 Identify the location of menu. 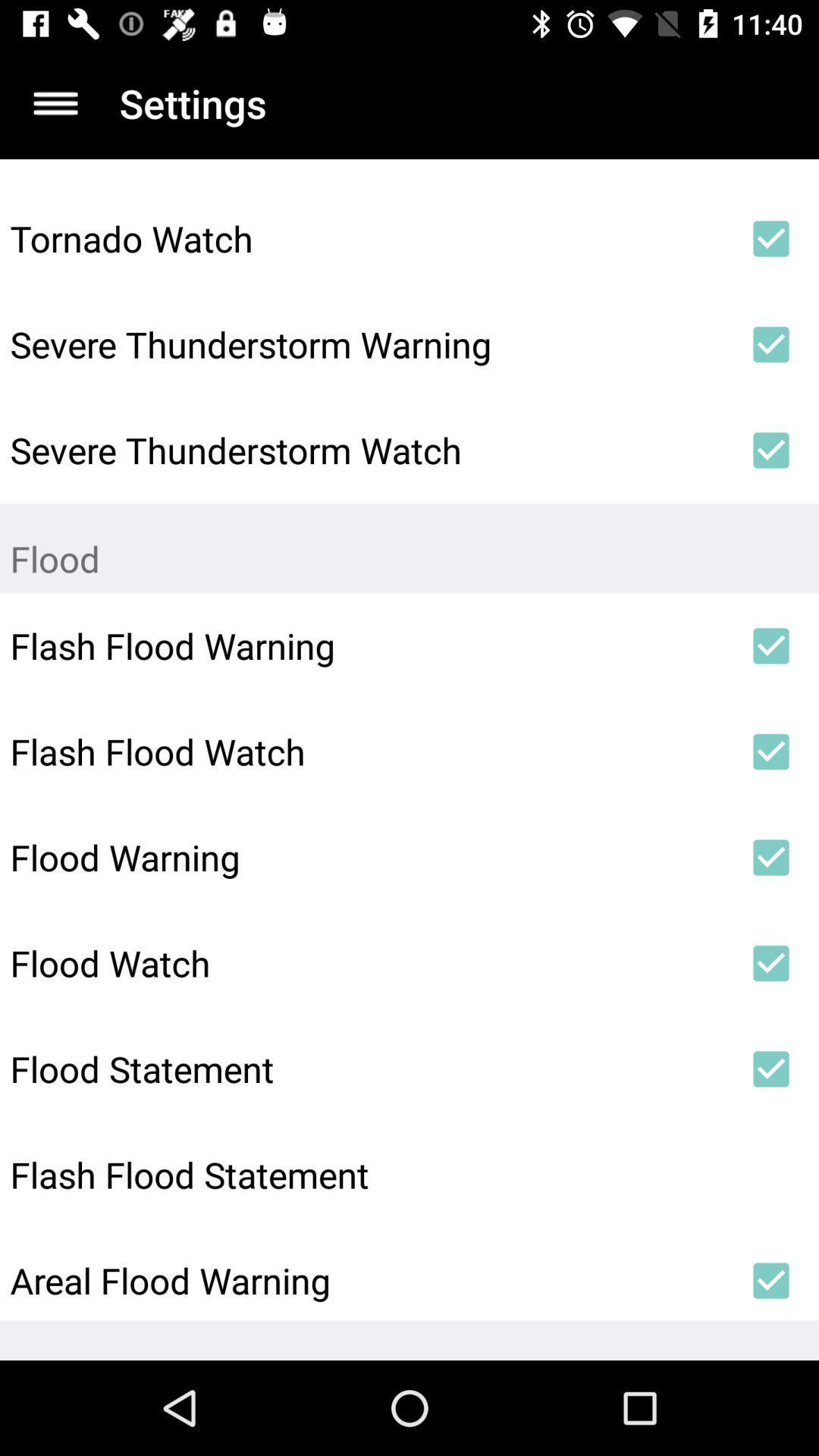
(55, 102).